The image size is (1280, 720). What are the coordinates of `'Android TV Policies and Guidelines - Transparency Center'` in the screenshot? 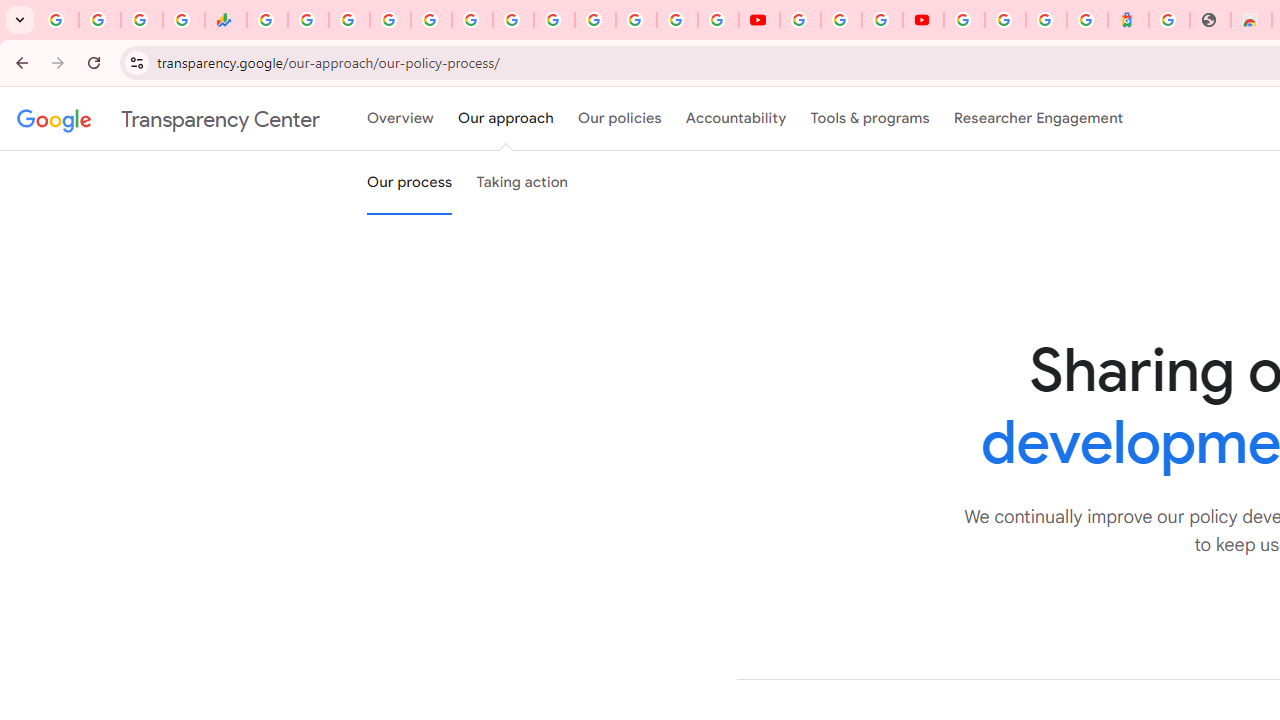 It's located at (513, 20).